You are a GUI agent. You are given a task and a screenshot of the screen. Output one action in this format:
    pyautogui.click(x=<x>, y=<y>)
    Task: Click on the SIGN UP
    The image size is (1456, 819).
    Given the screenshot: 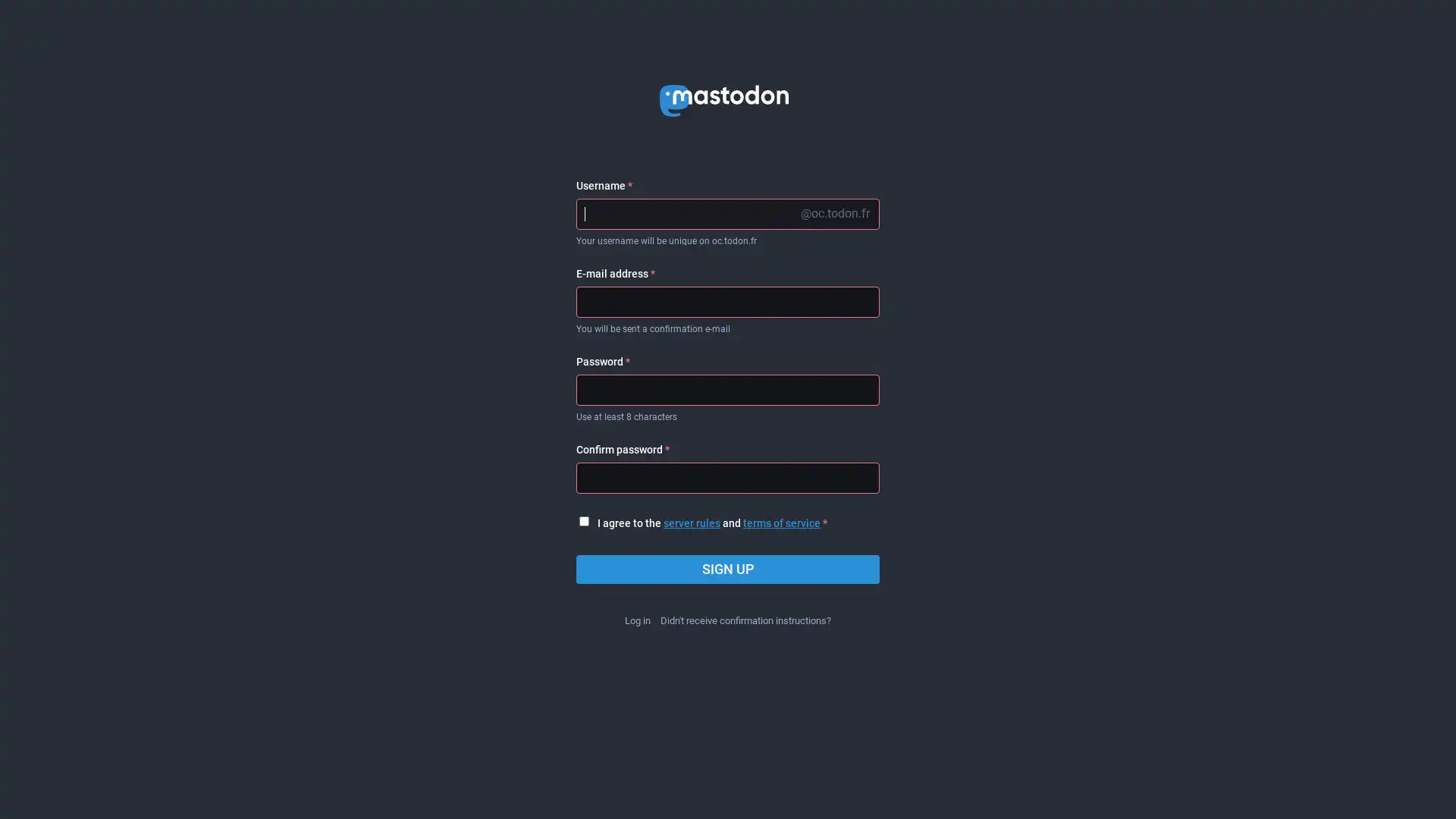 What is the action you would take?
    pyautogui.click(x=728, y=570)
    